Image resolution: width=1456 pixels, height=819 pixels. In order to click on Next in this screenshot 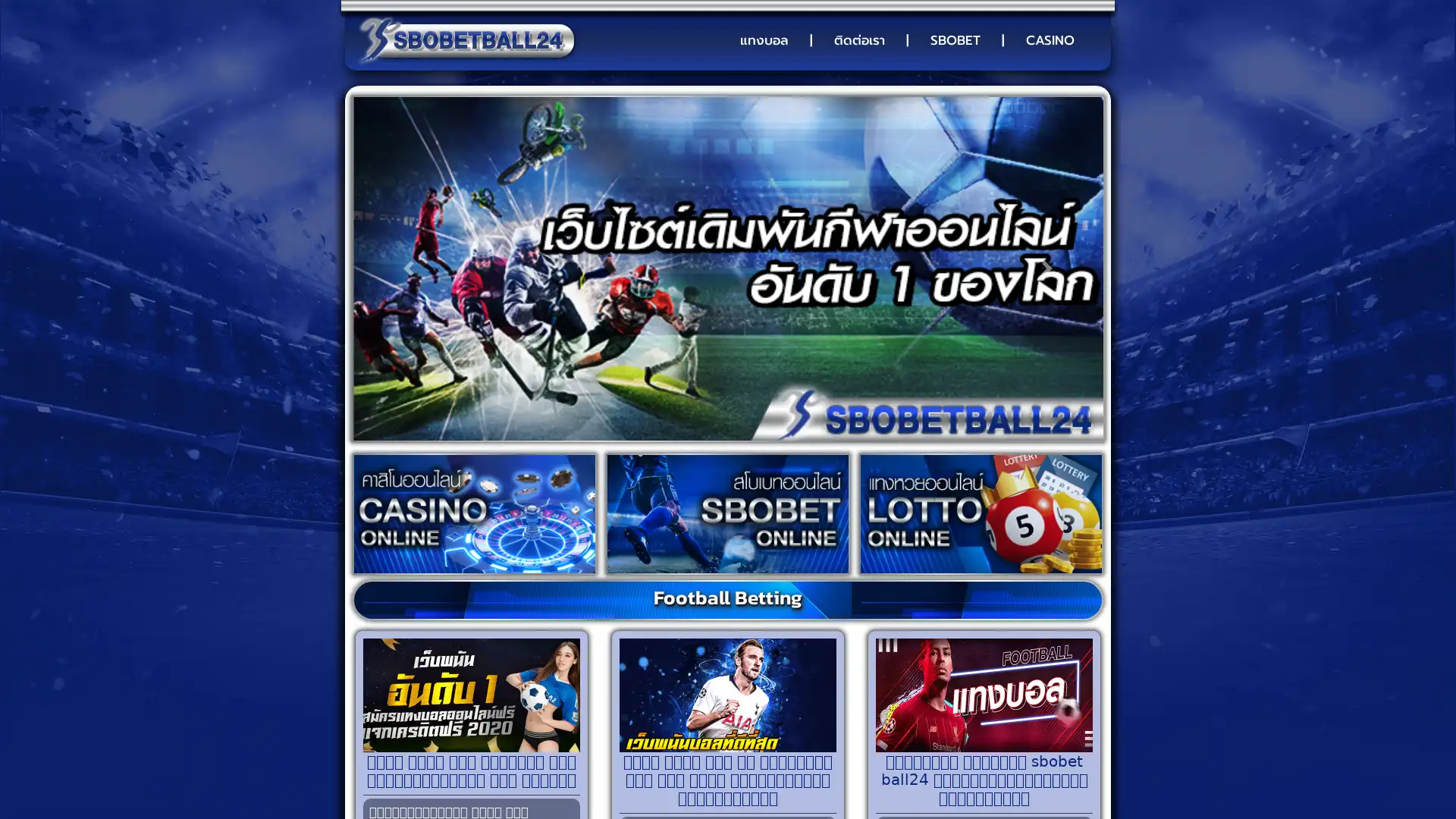, I will do `click(1046, 268)`.